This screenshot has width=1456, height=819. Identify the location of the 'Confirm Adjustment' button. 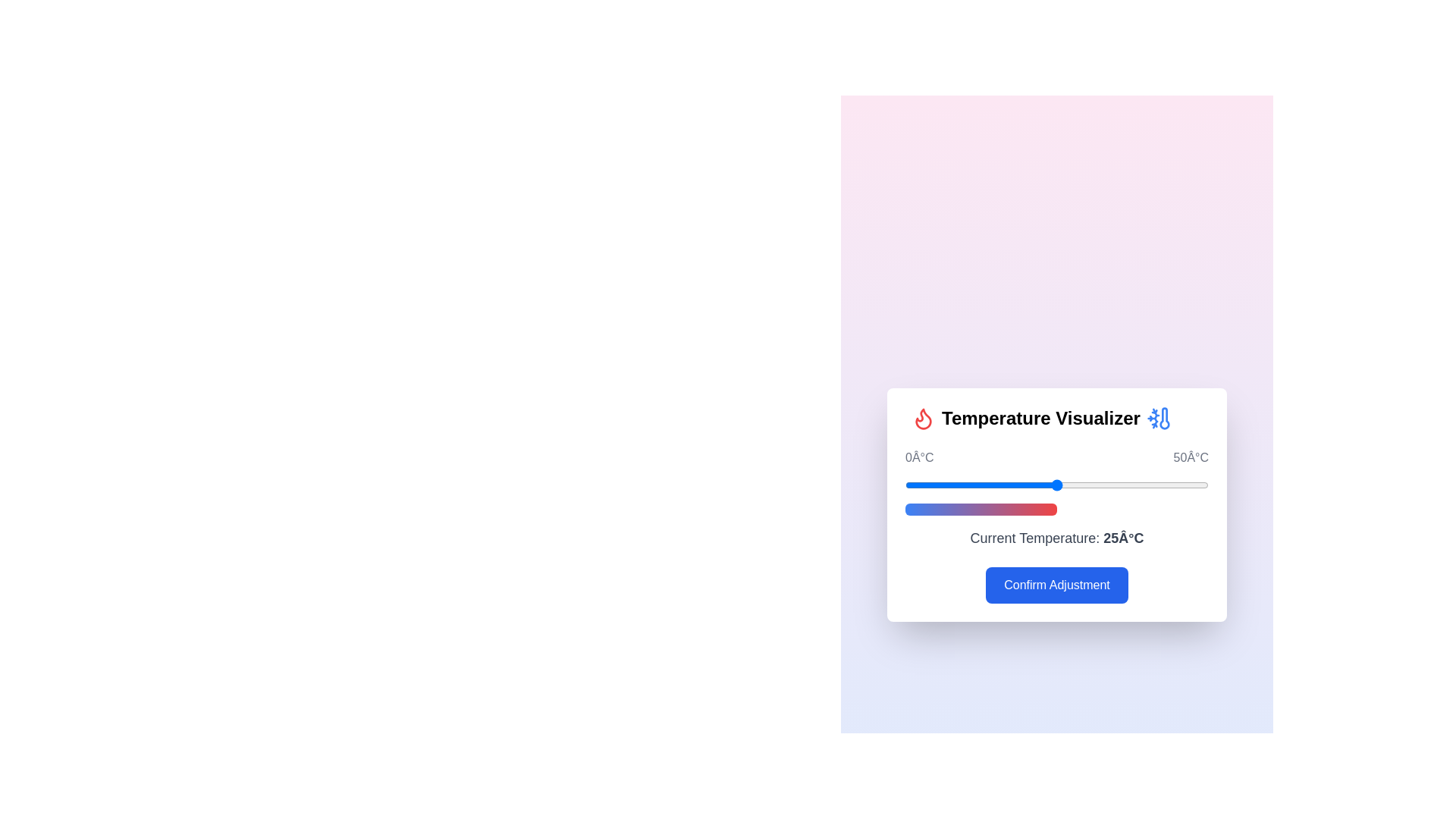
(1056, 584).